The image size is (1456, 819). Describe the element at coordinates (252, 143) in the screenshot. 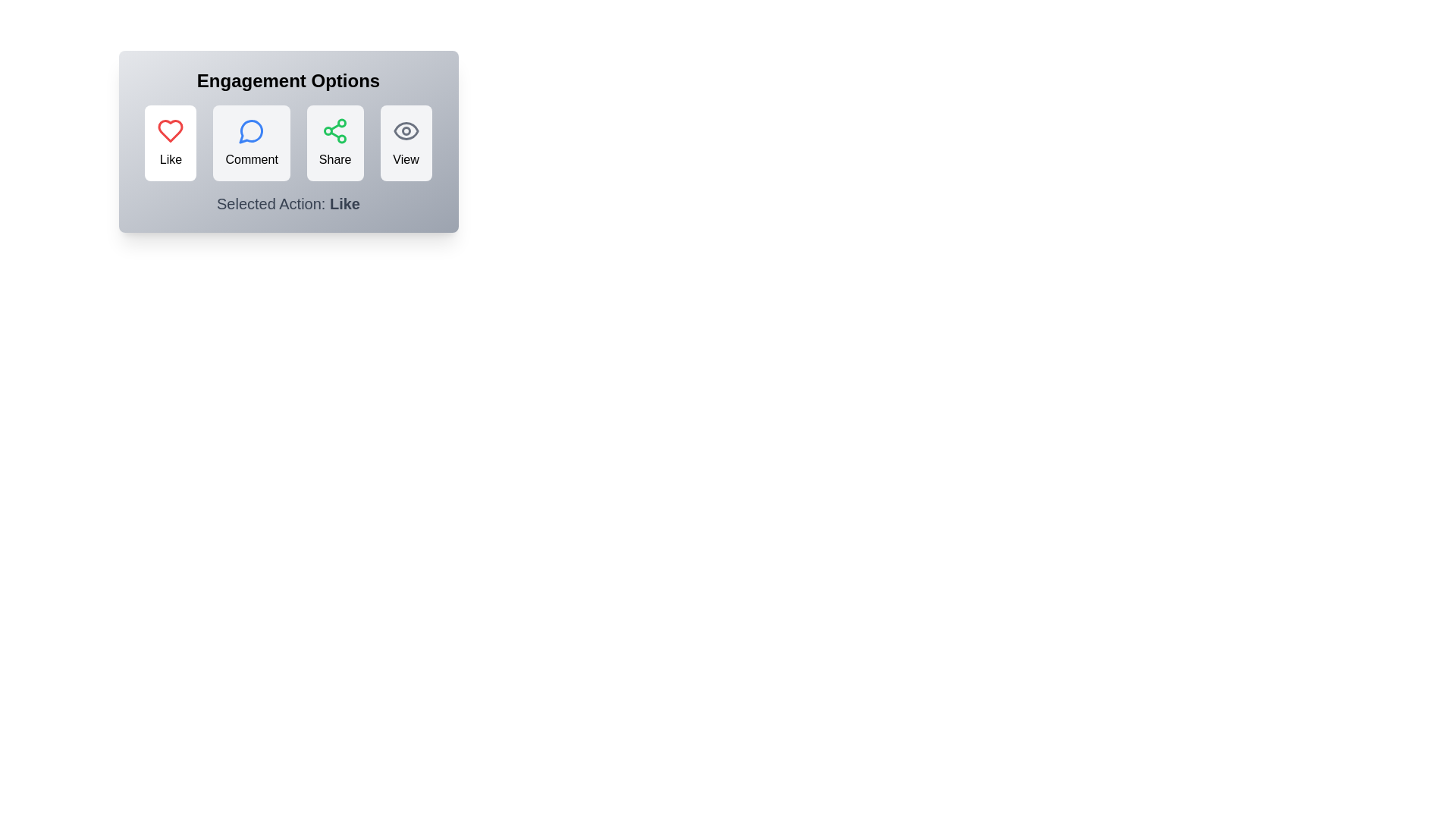

I see `the Comment button to see its hover effect` at that location.